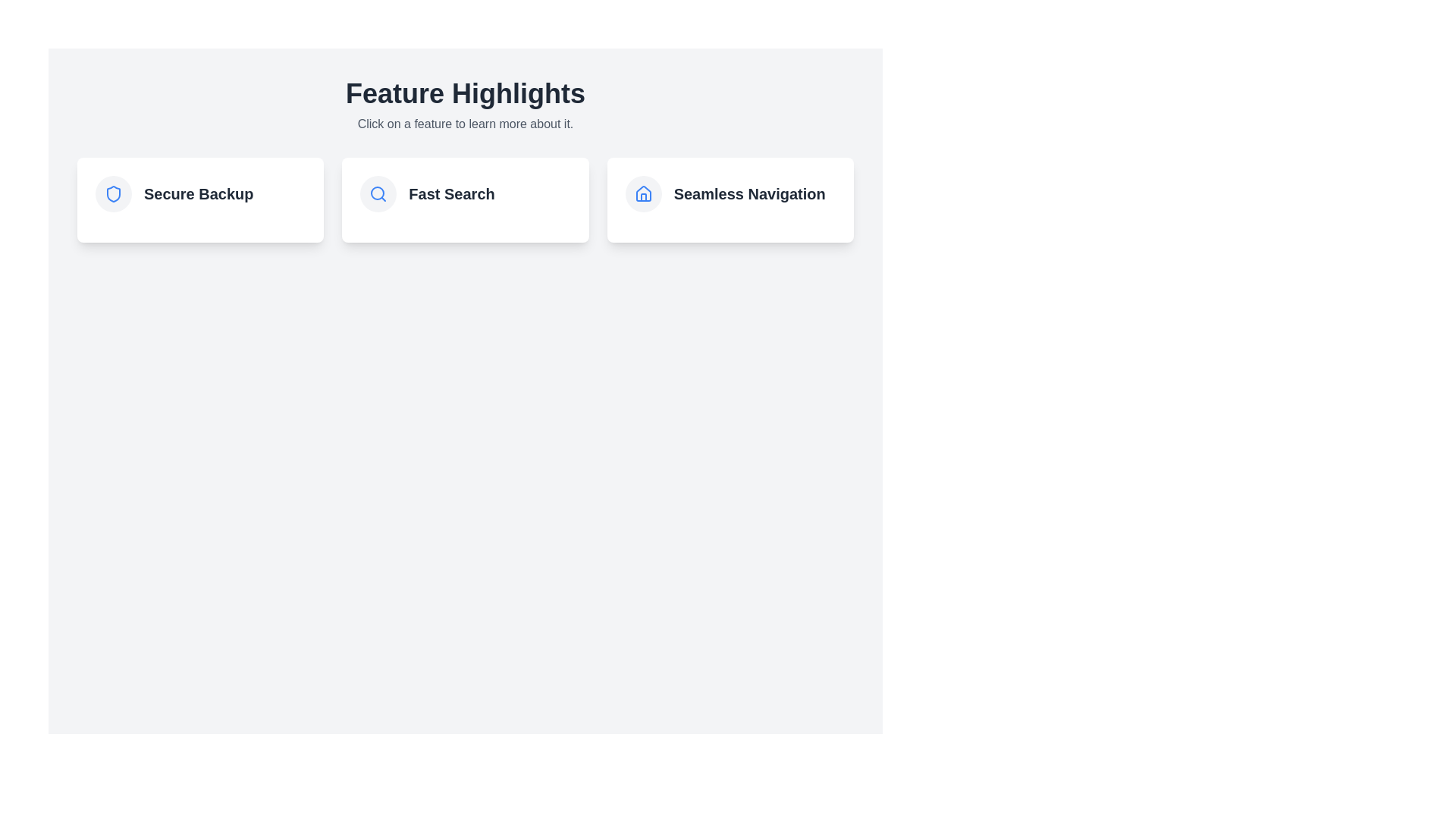 Image resolution: width=1456 pixels, height=819 pixels. I want to click on the 'home' vector icon located at the center of the third button from the left in the 'Feature Highlights' section, so click(643, 193).